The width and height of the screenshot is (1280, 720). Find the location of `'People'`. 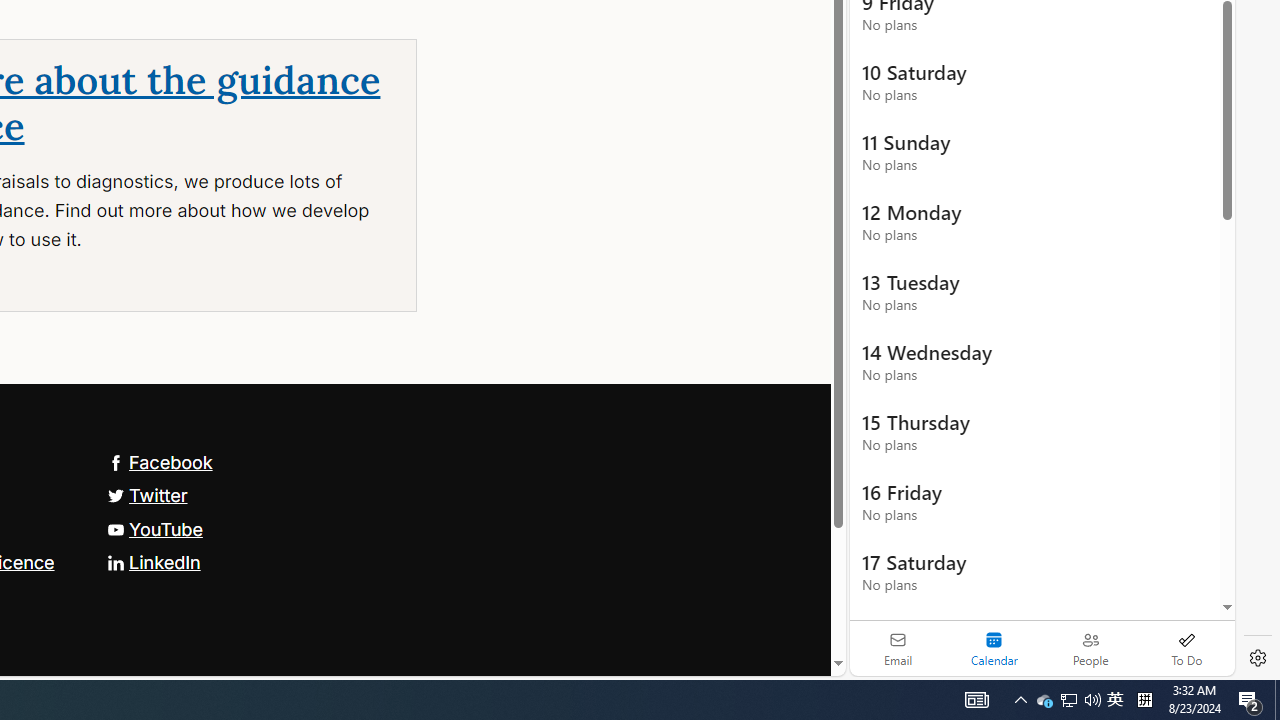

'People' is located at coordinates (1089, 648).